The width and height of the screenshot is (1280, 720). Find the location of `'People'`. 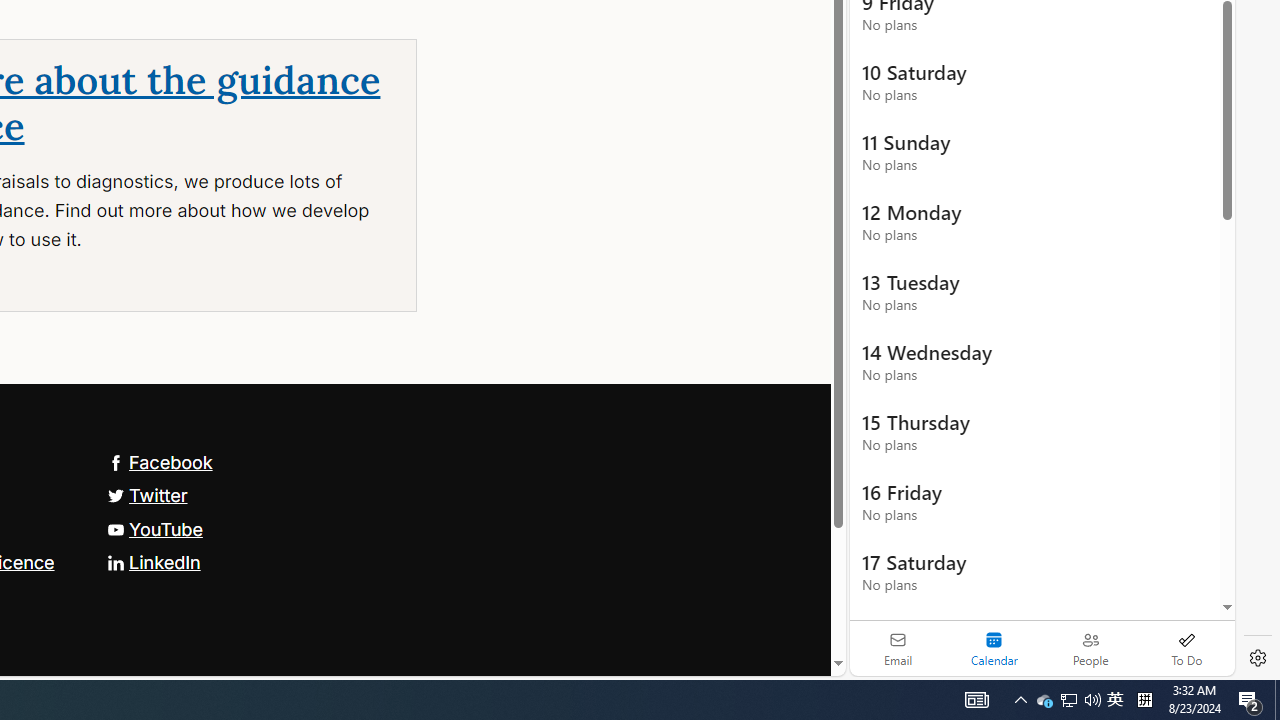

'People' is located at coordinates (1089, 648).